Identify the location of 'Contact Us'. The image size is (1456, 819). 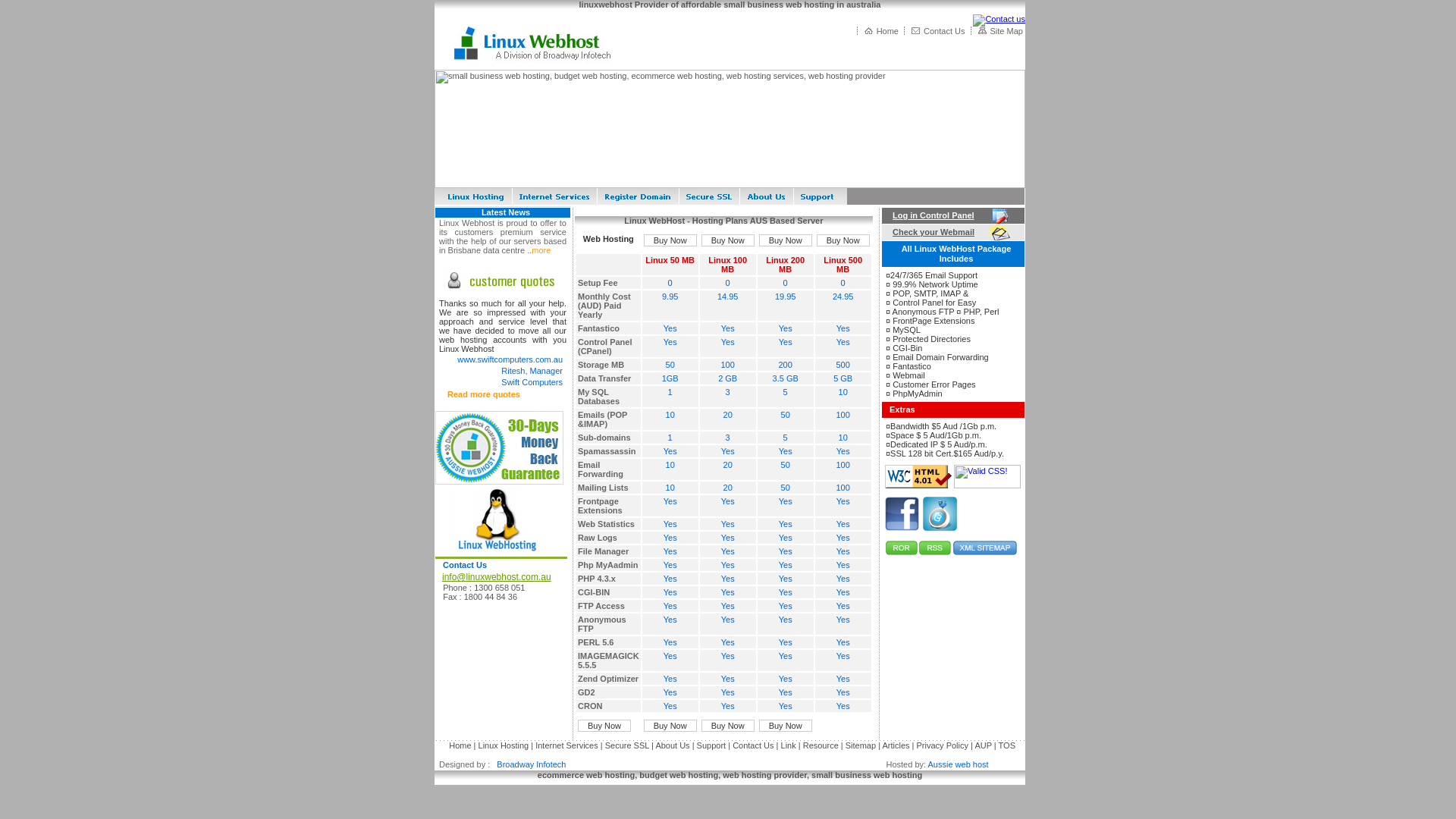
(943, 31).